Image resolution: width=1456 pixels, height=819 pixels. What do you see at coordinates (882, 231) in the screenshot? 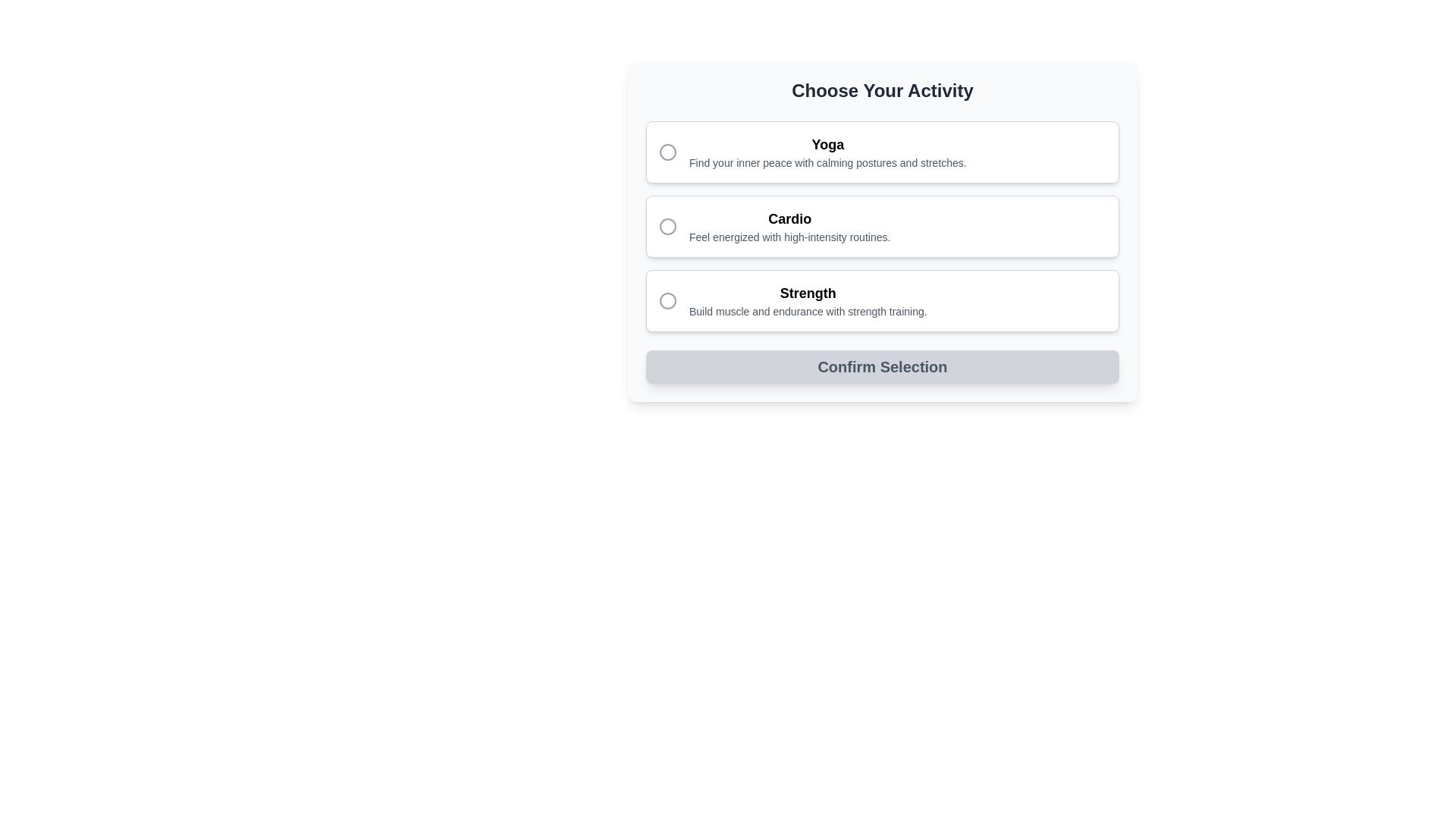
I see `the radio button options in the Interactive Form Section to observe the visual effects` at bounding box center [882, 231].